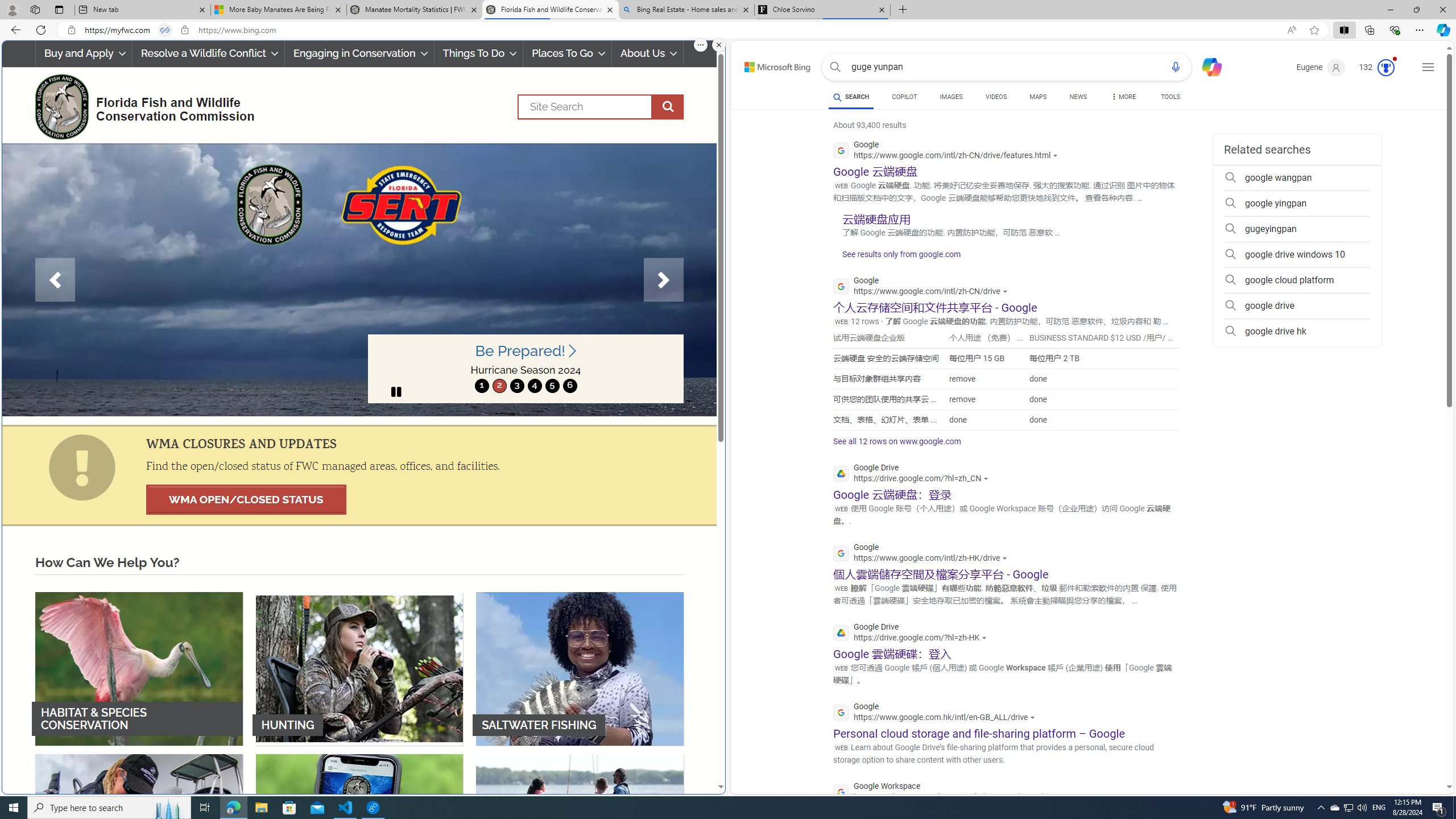 This screenshot has width=1456, height=819. Describe the element at coordinates (1386, 67) in the screenshot. I see `'Class: medal-svg-animation'` at that location.